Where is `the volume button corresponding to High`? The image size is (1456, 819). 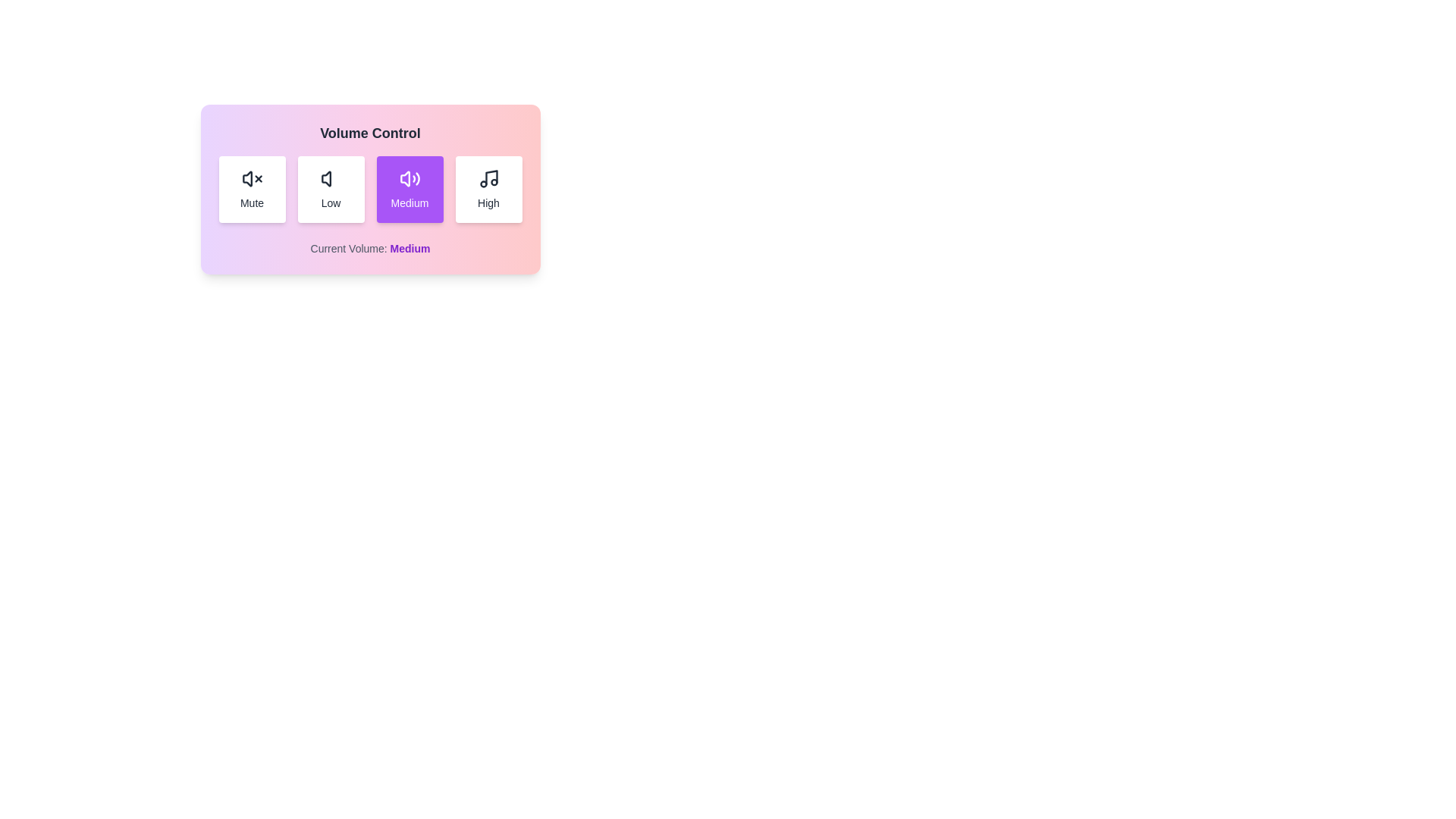 the volume button corresponding to High is located at coordinates (488, 189).